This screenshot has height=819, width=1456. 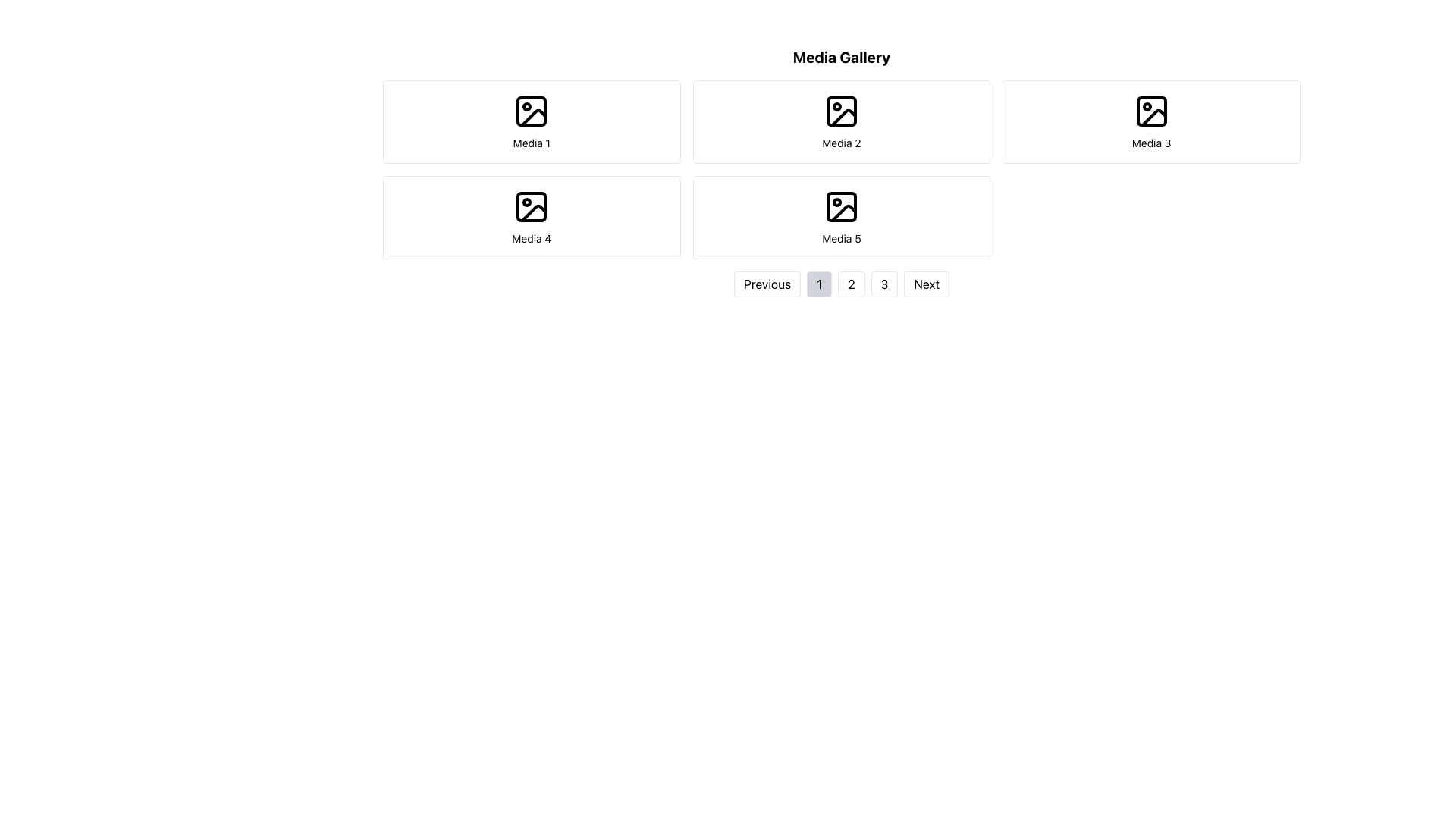 What do you see at coordinates (532, 110) in the screenshot?
I see `the graphical icon located at the center of the 'Media 1' card in the top-left corner of the media grid` at bounding box center [532, 110].